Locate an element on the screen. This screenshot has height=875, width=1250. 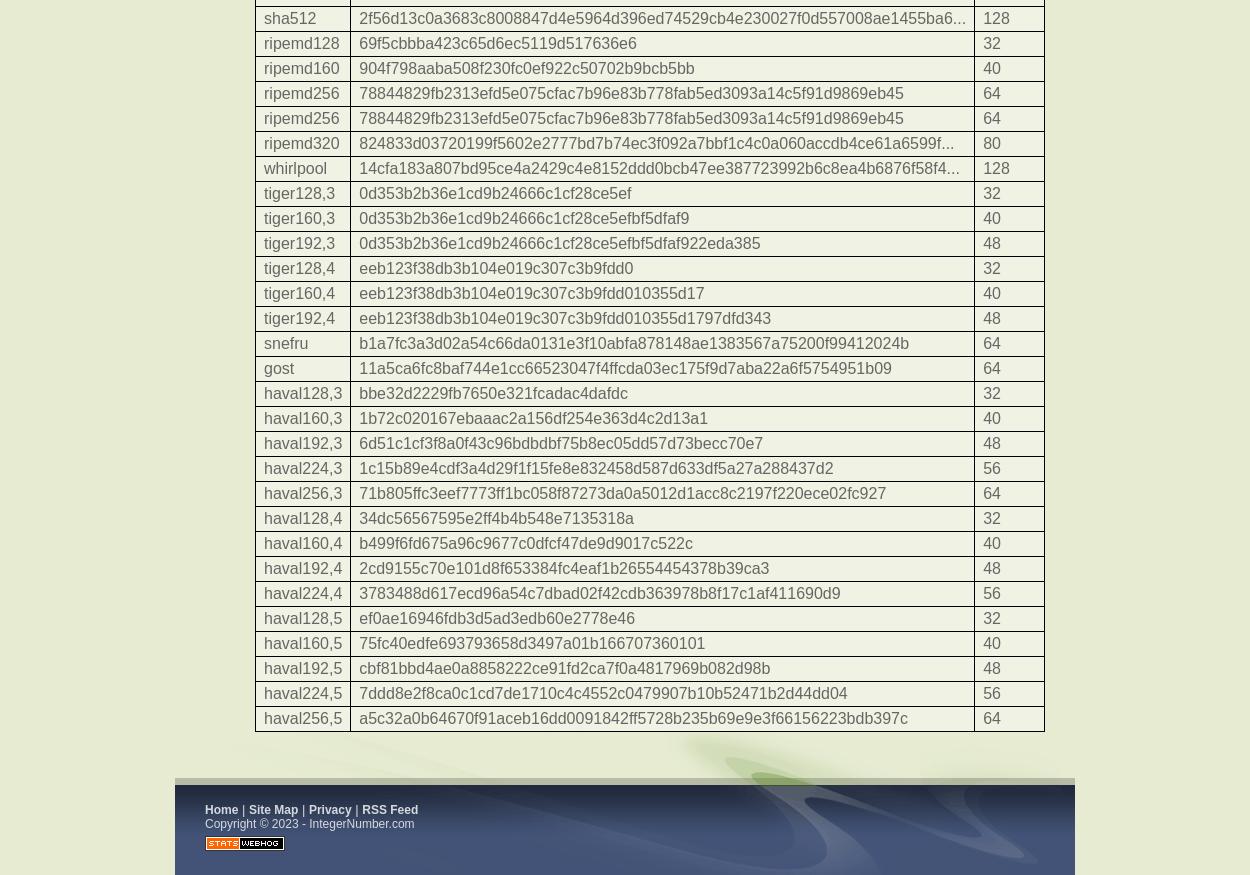
'Privacy' is located at coordinates (308, 808).